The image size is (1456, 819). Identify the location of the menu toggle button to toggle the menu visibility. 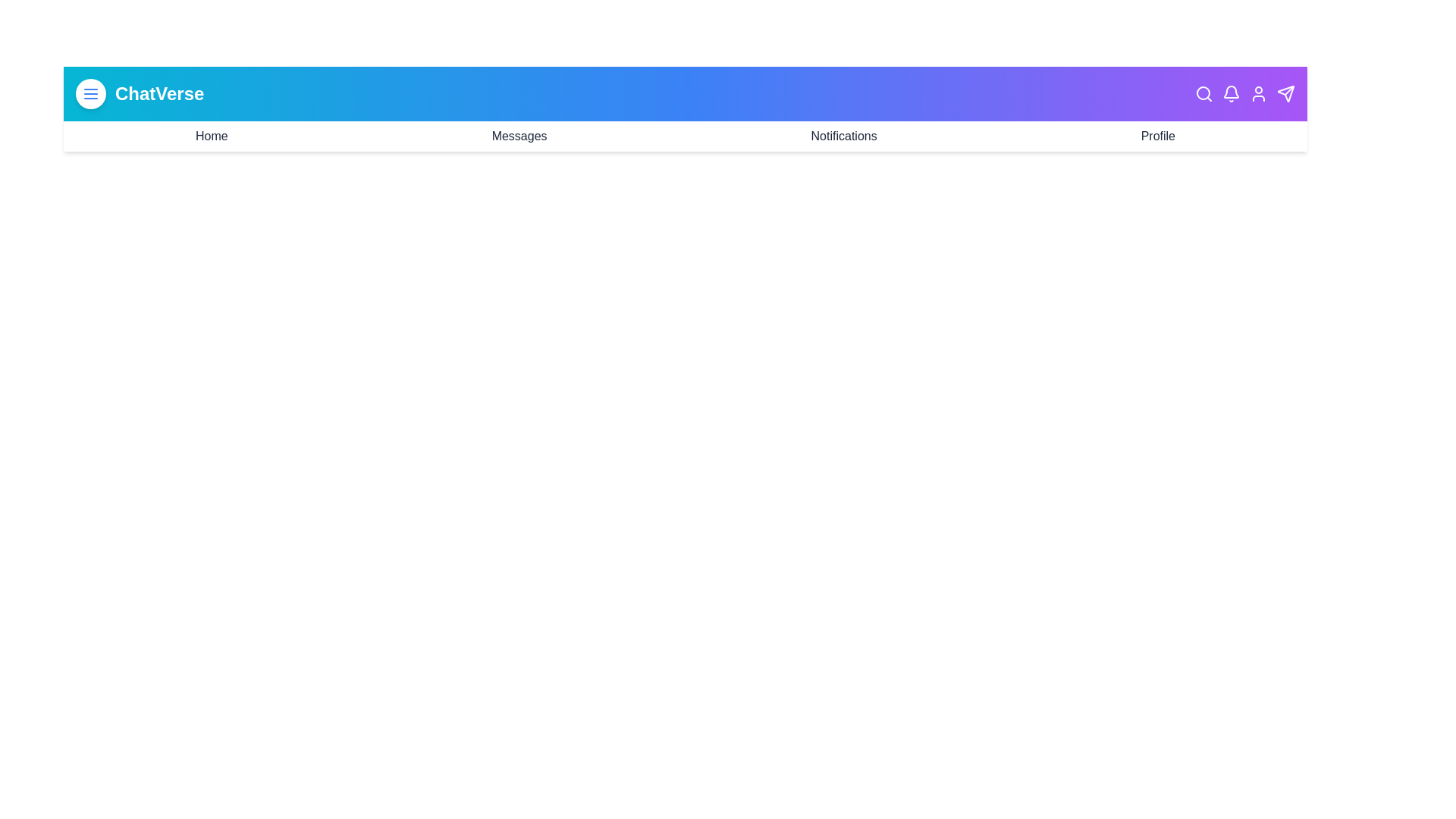
(90, 93).